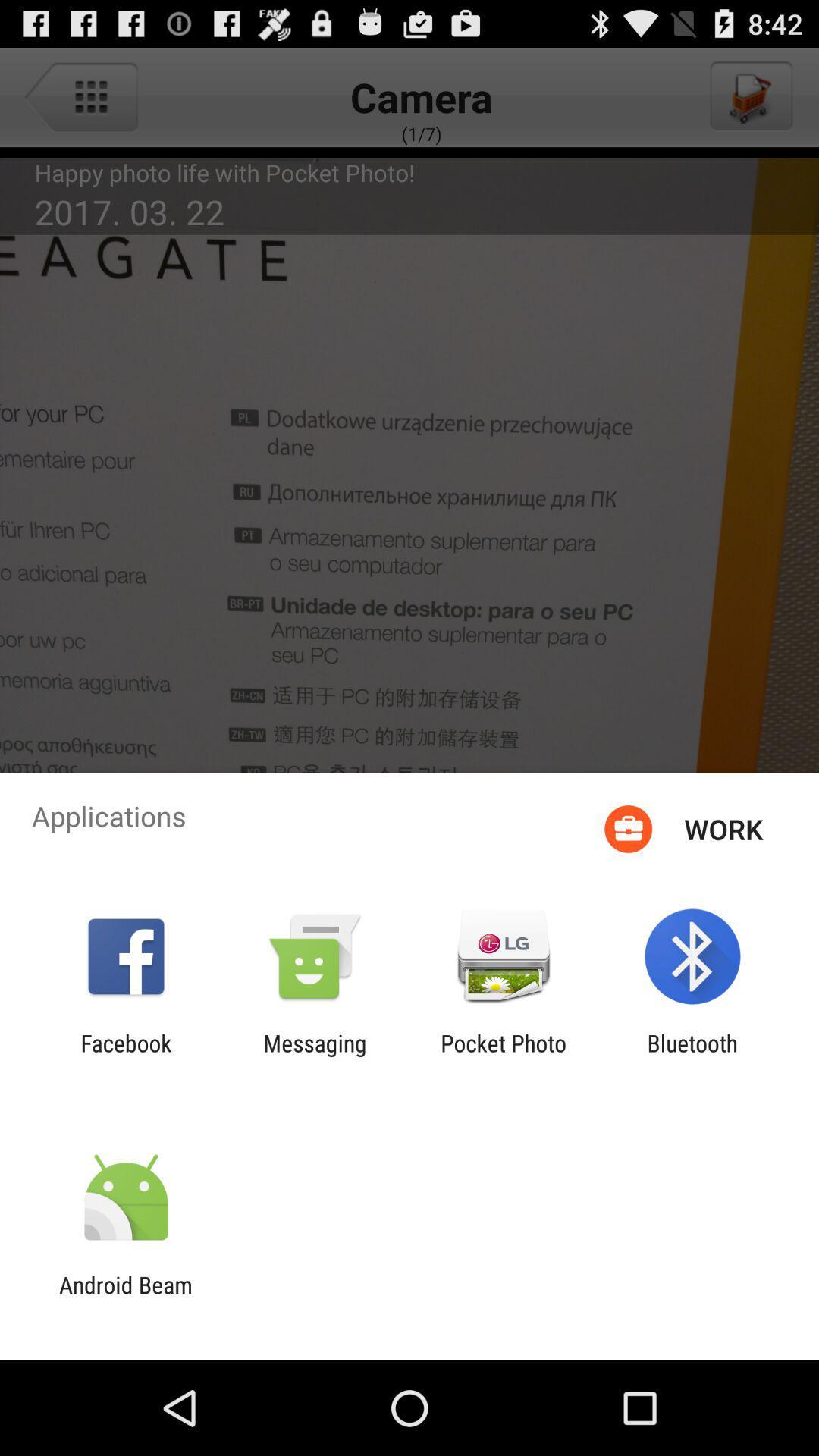 The height and width of the screenshot is (1456, 819). Describe the element at coordinates (314, 1056) in the screenshot. I see `messaging icon` at that location.